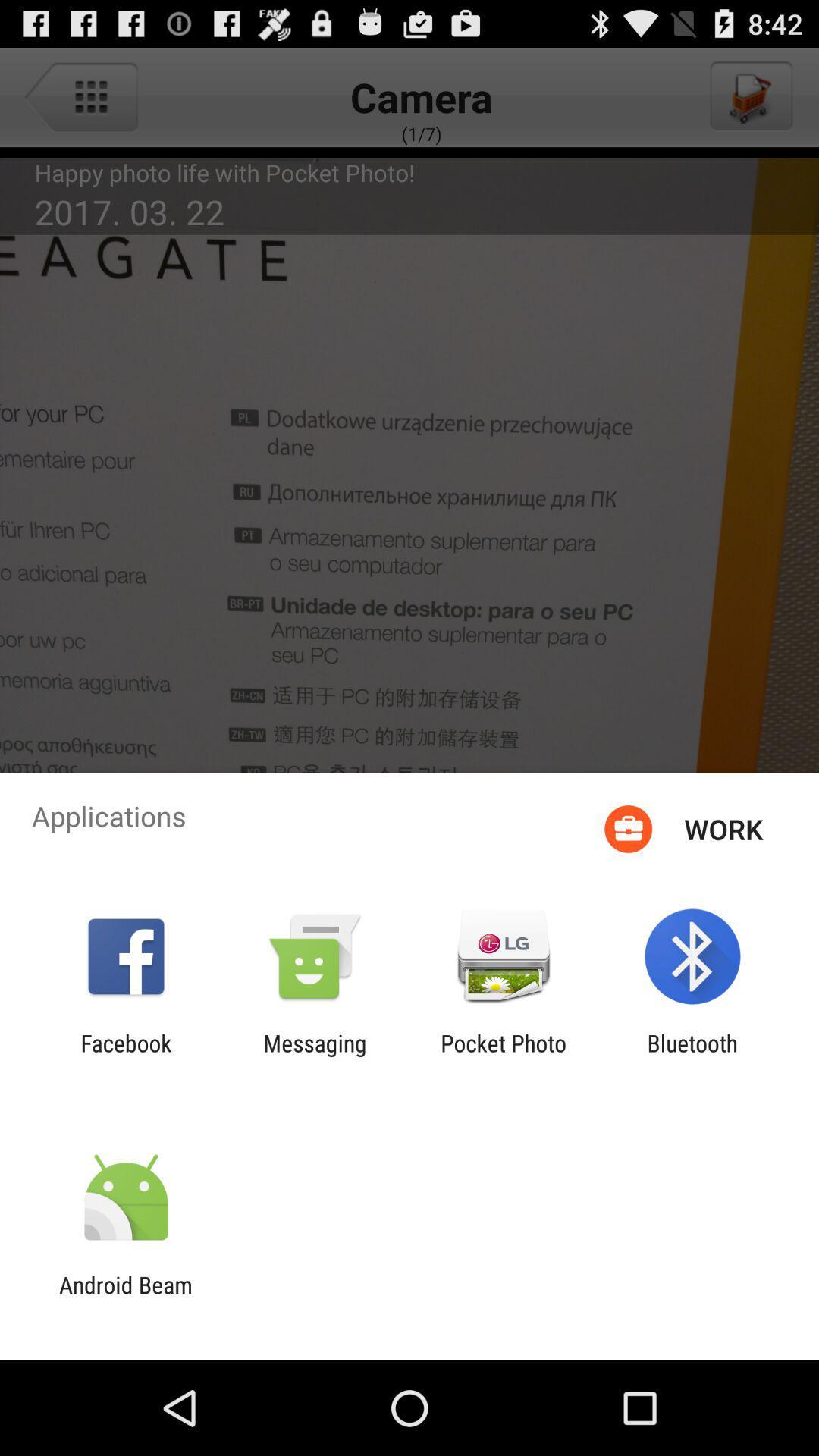 The height and width of the screenshot is (1456, 819). Describe the element at coordinates (314, 1056) in the screenshot. I see `messaging icon` at that location.